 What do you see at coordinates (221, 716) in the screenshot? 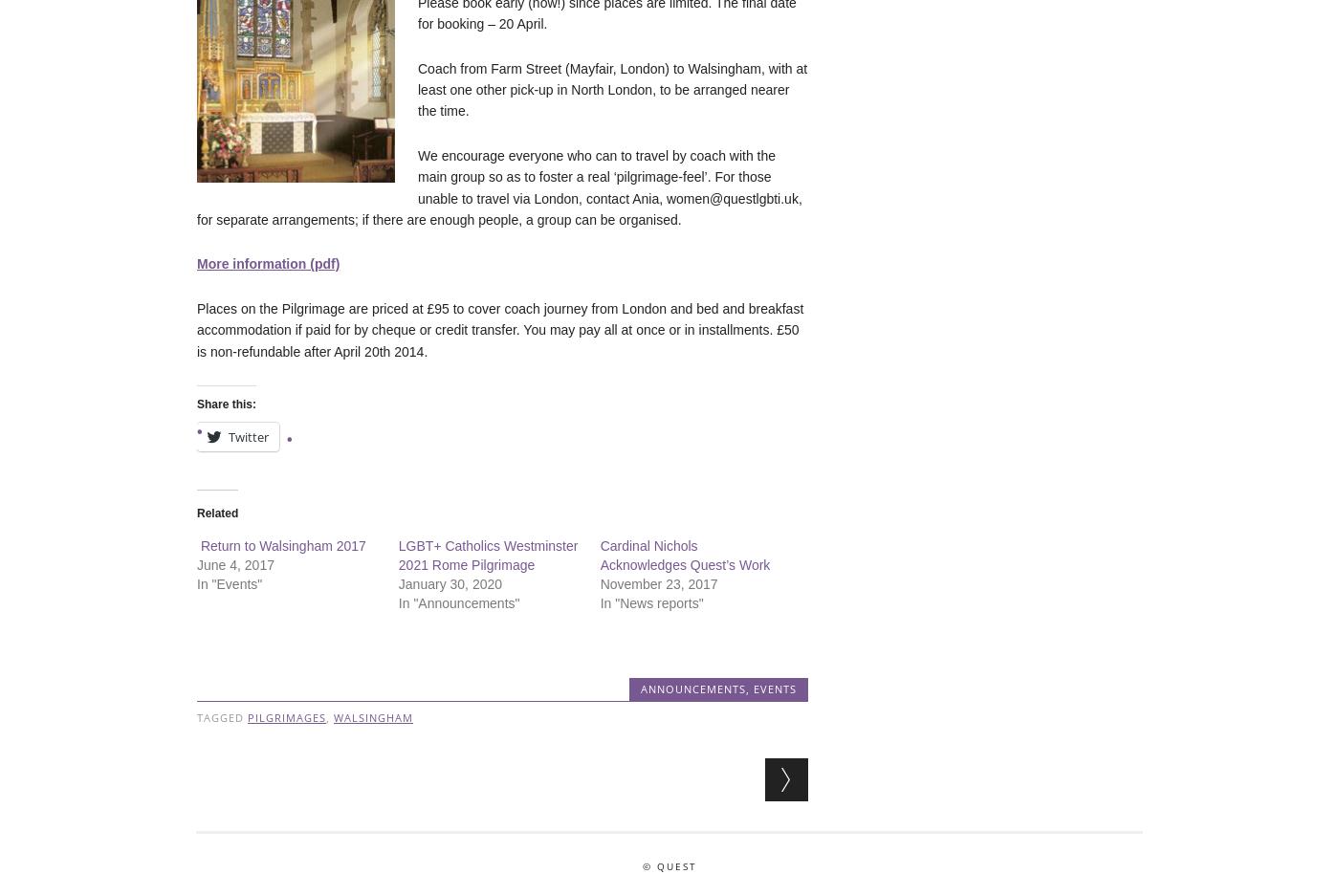
I see `'Tagged'` at bounding box center [221, 716].